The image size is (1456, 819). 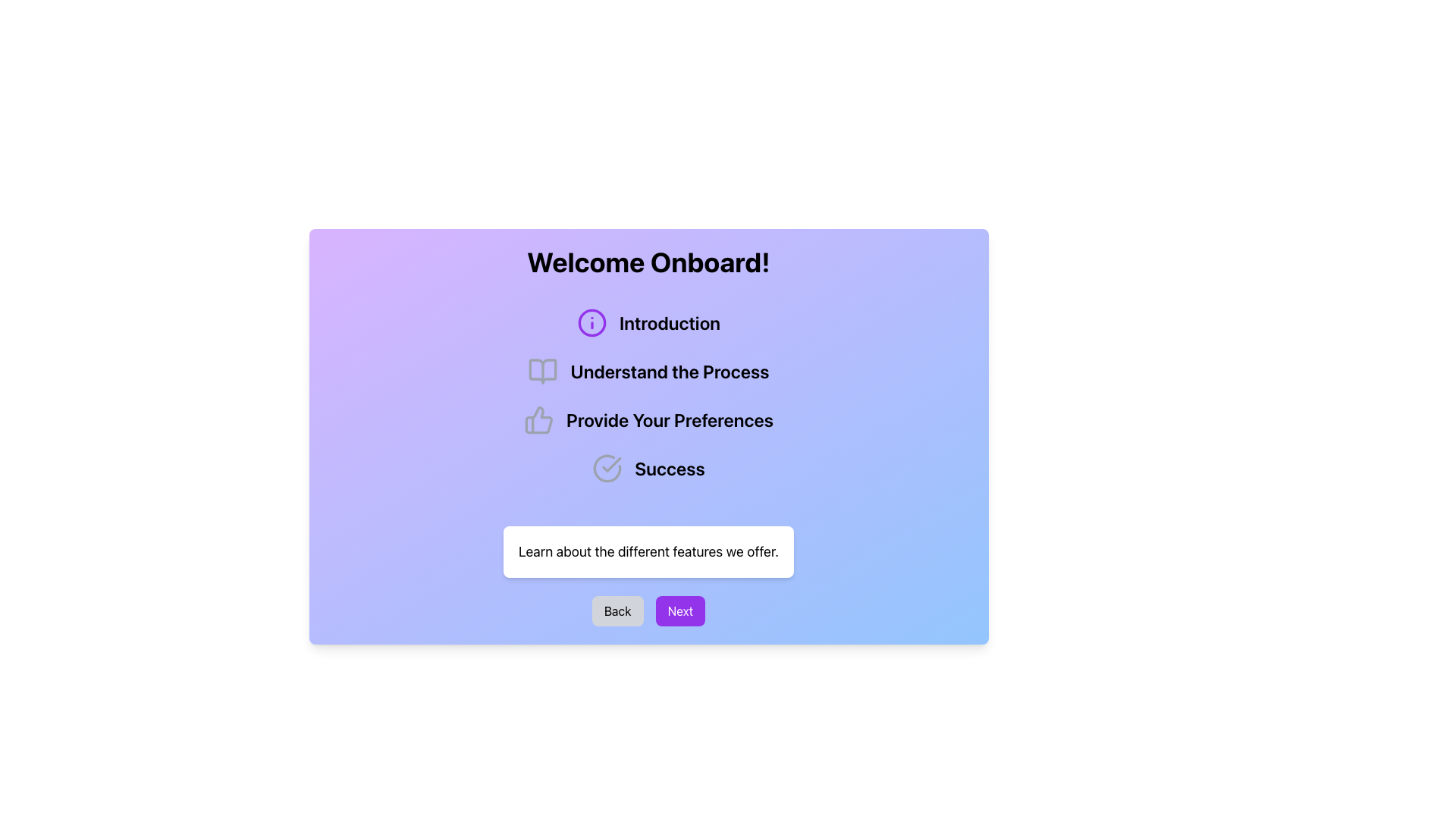 I want to click on the associated content for the 'Success' step, which is the fourth item in a vertical list of instructional steps, so click(x=648, y=467).